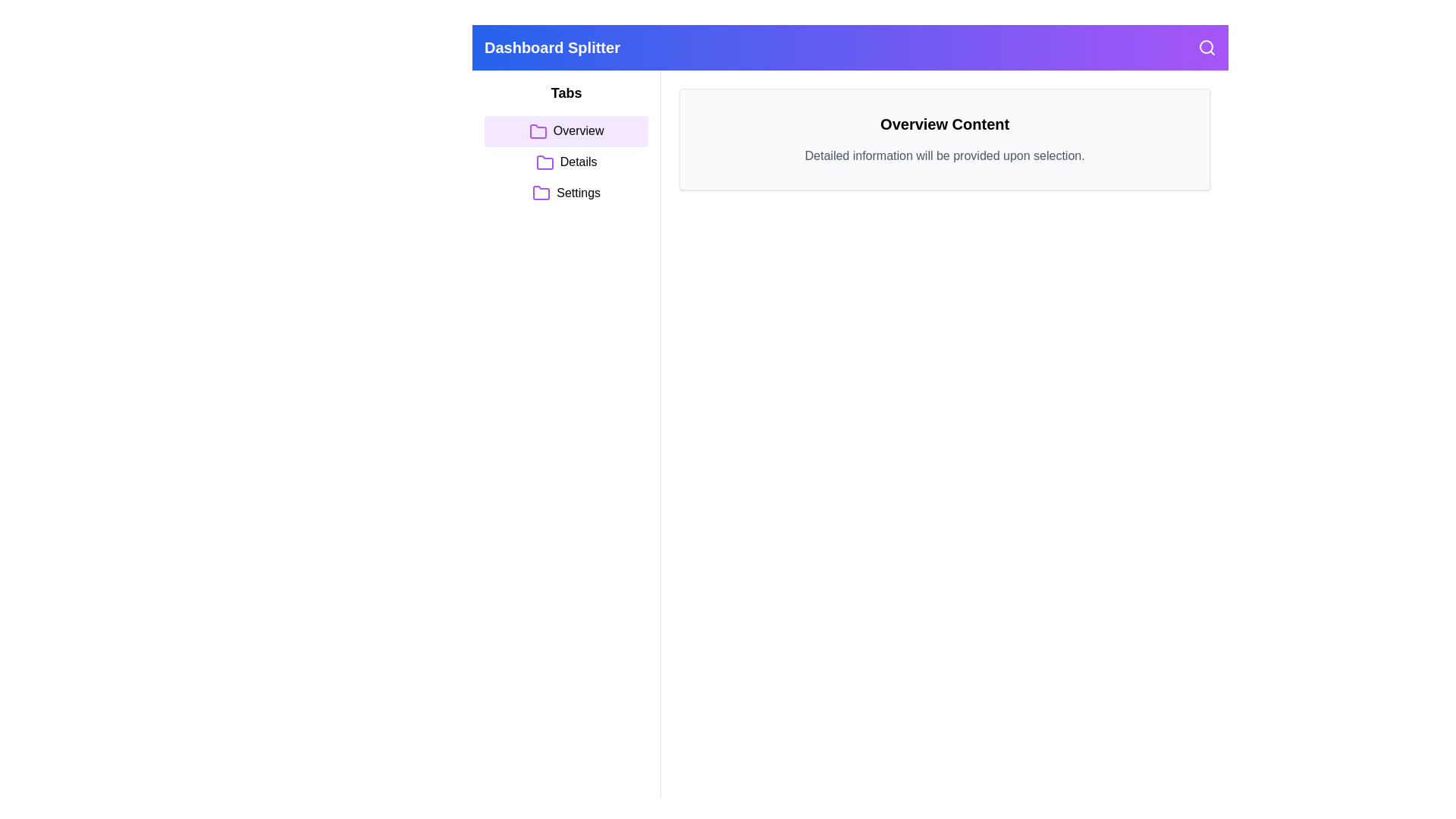  What do you see at coordinates (1205, 45) in the screenshot?
I see `the circular part of the magnifying glass icon located in the top-right corner of the application interface` at bounding box center [1205, 45].